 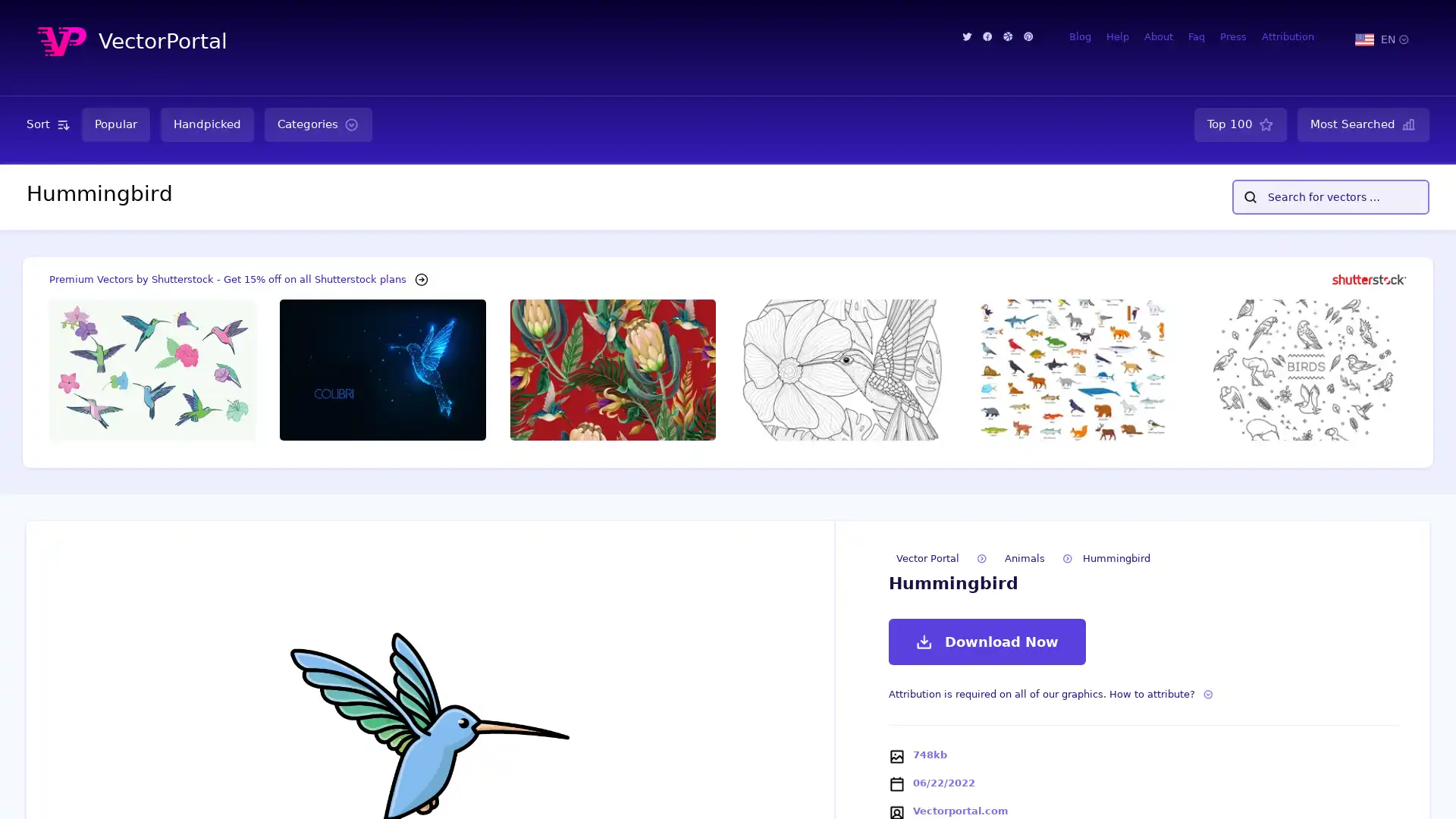 I want to click on EN, so click(x=1381, y=38).